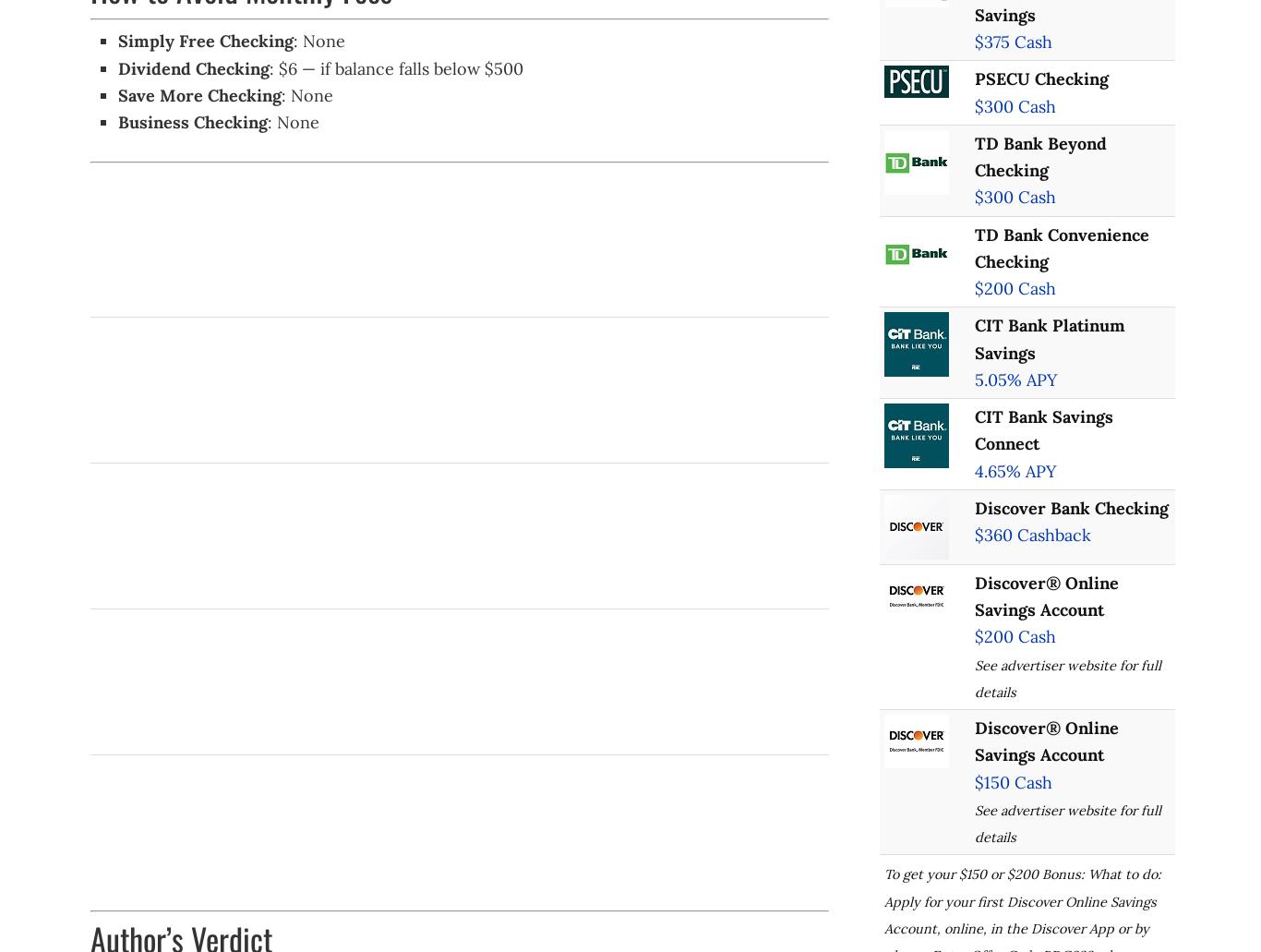 This screenshot has height=952, width=1261. What do you see at coordinates (191, 121) in the screenshot?
I see `'Business Checking'` at bounding box center [191, 121].